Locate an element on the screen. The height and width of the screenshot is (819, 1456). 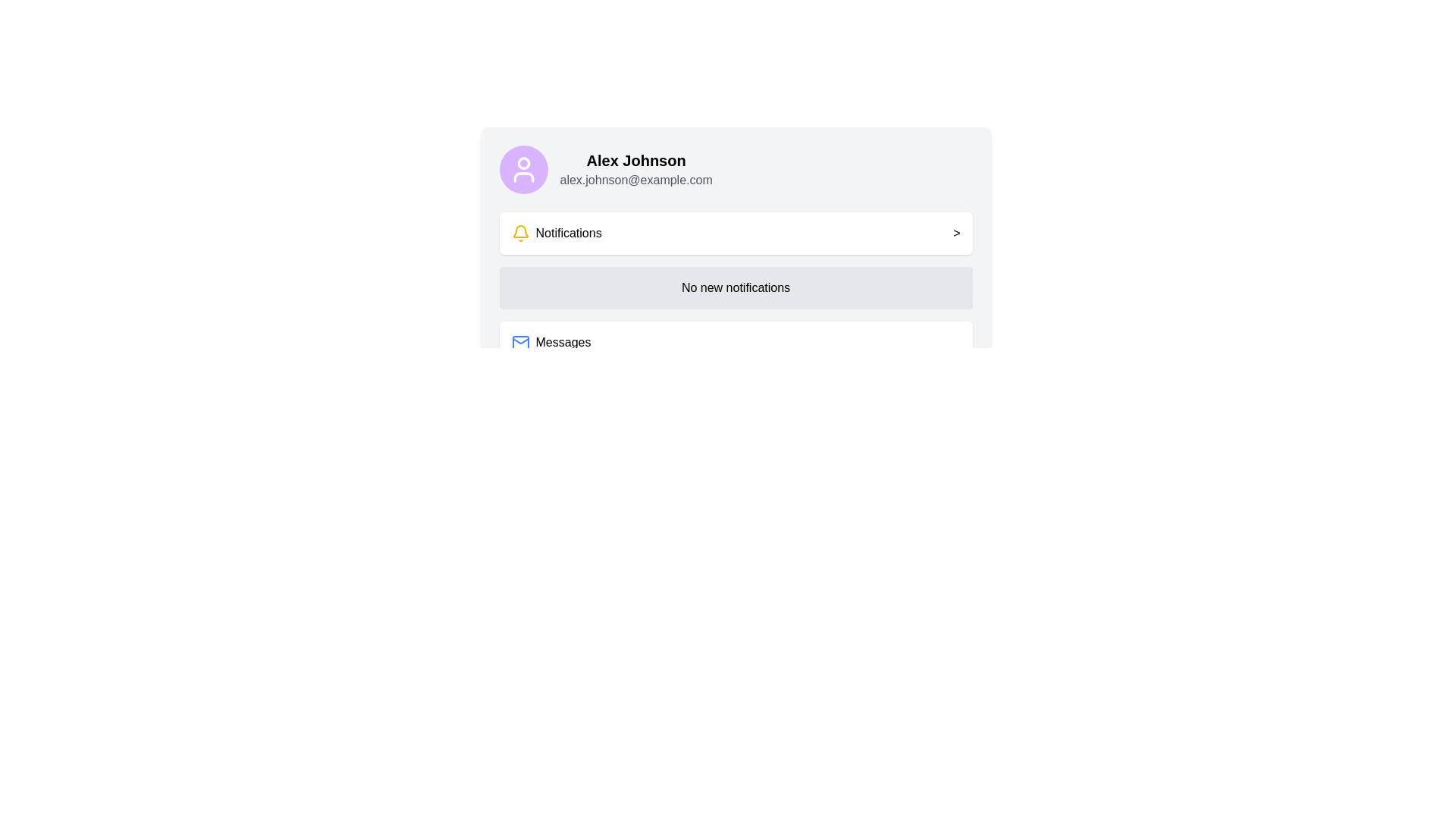
the email address text display below 'Alex Johnson' and to the right of the circular avatar icon is located at coordinates (636, 180).